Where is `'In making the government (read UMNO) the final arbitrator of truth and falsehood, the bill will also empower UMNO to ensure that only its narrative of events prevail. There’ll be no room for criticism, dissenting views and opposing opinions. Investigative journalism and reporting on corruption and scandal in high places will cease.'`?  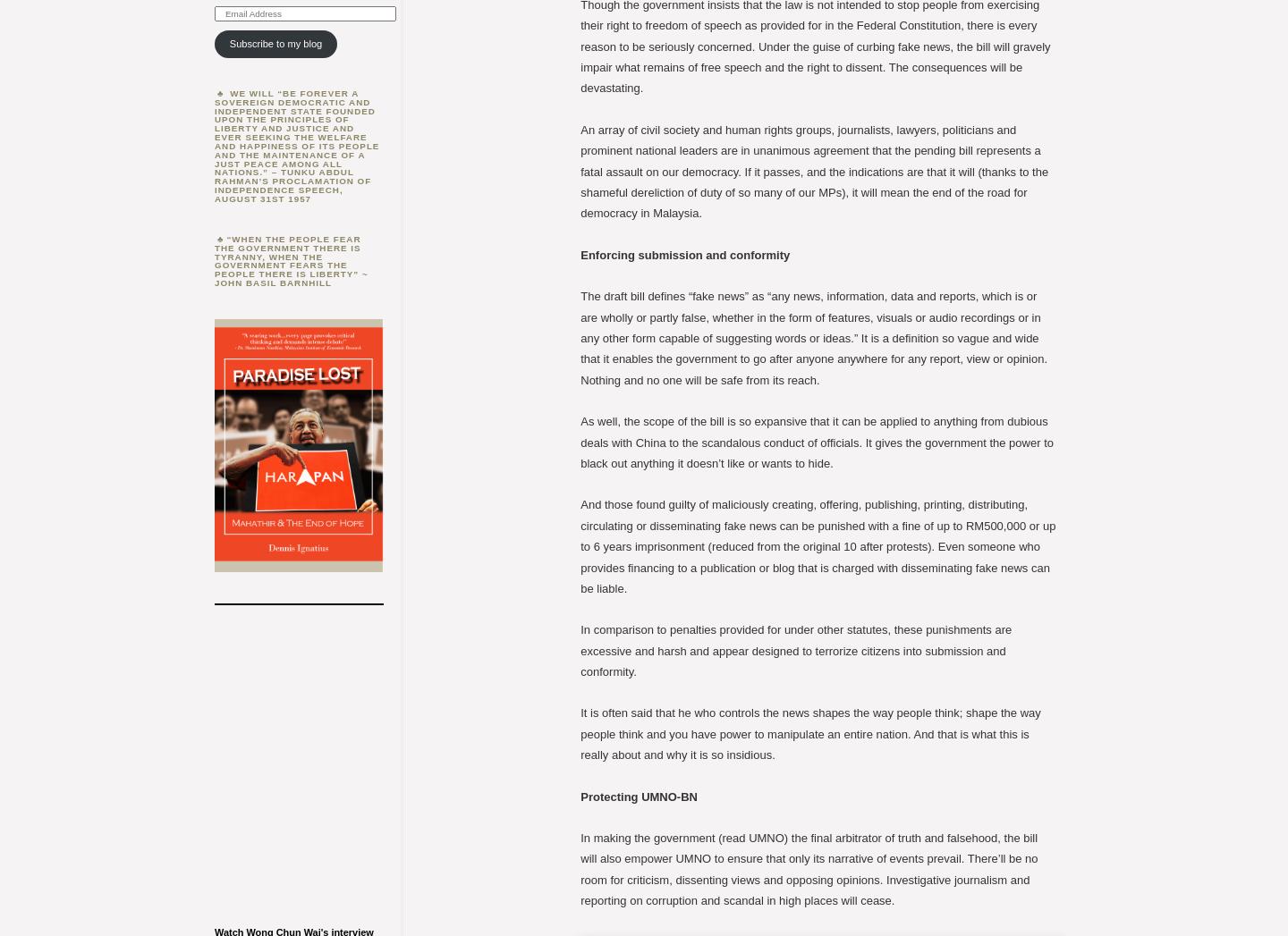
'In making the government (read UMNO) the final arbitrator of truth and falsehood, the bill will also empower UMNO to ensure that only its narrative of events prevail. There’ll be no room for criticism, dissenting views and opposing opinions. Investigative journalism and reporting on corruption and scandal in high places will cease.' is located at coordinates (580, 868).